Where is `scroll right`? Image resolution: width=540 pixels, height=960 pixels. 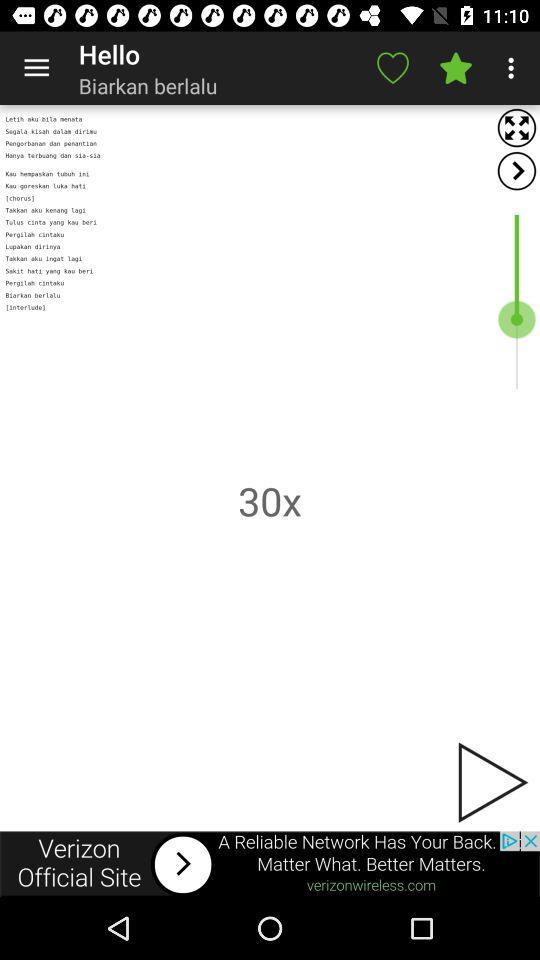
scroll right is located at coordinates (516, 170).